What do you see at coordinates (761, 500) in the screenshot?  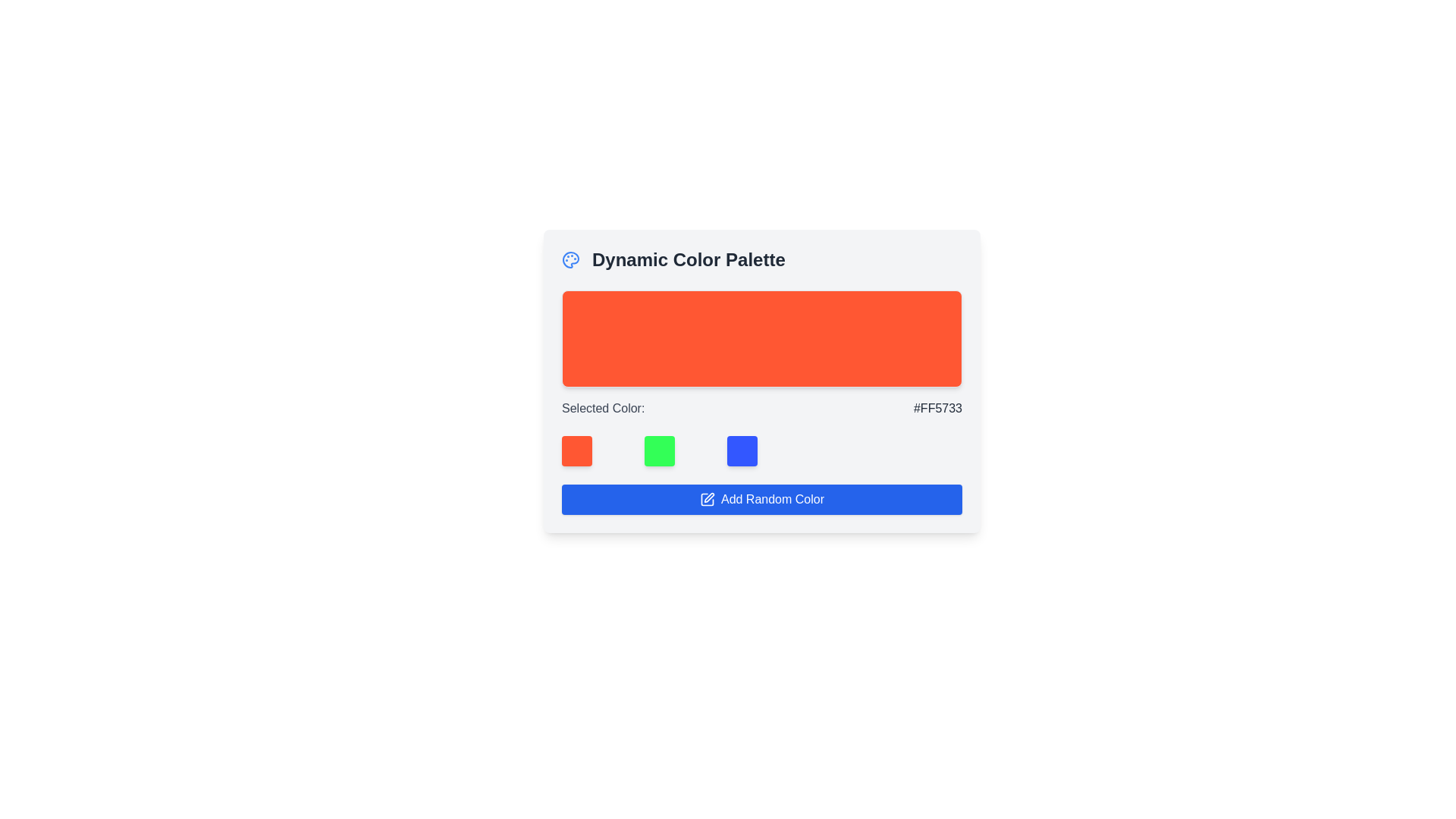 I see `the 'Add Random Color' button, which is a blue button with white text and an icon of a pen and square, located at the bottom of the 'Dynamic Color Palette' card` at bounding box center [761, 500].